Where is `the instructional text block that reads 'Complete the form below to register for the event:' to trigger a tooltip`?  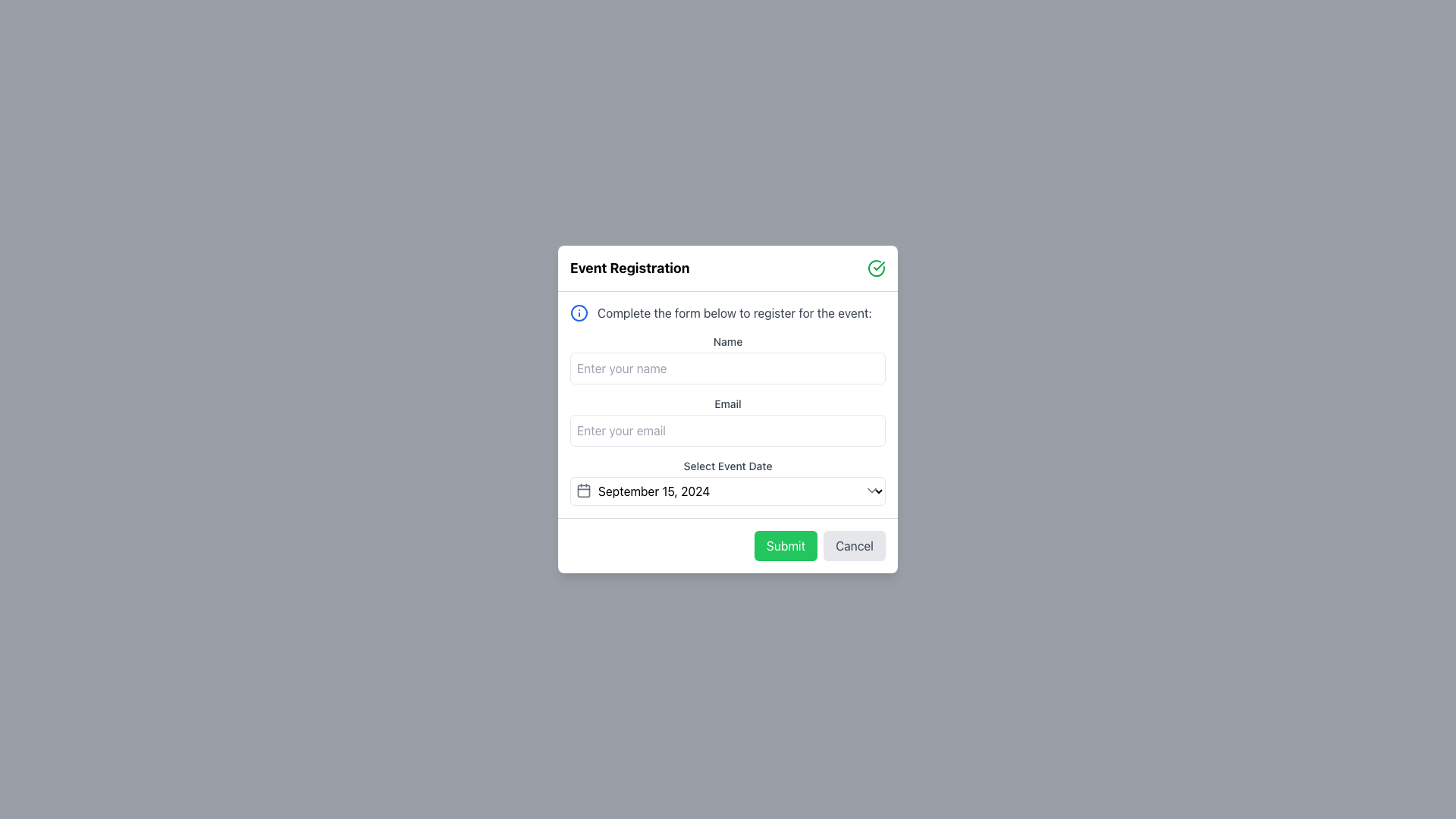 the instructional text block that reads 'Complete the form below to register for the event:' to trigger a tooltip is located at coordinates (728, 312).